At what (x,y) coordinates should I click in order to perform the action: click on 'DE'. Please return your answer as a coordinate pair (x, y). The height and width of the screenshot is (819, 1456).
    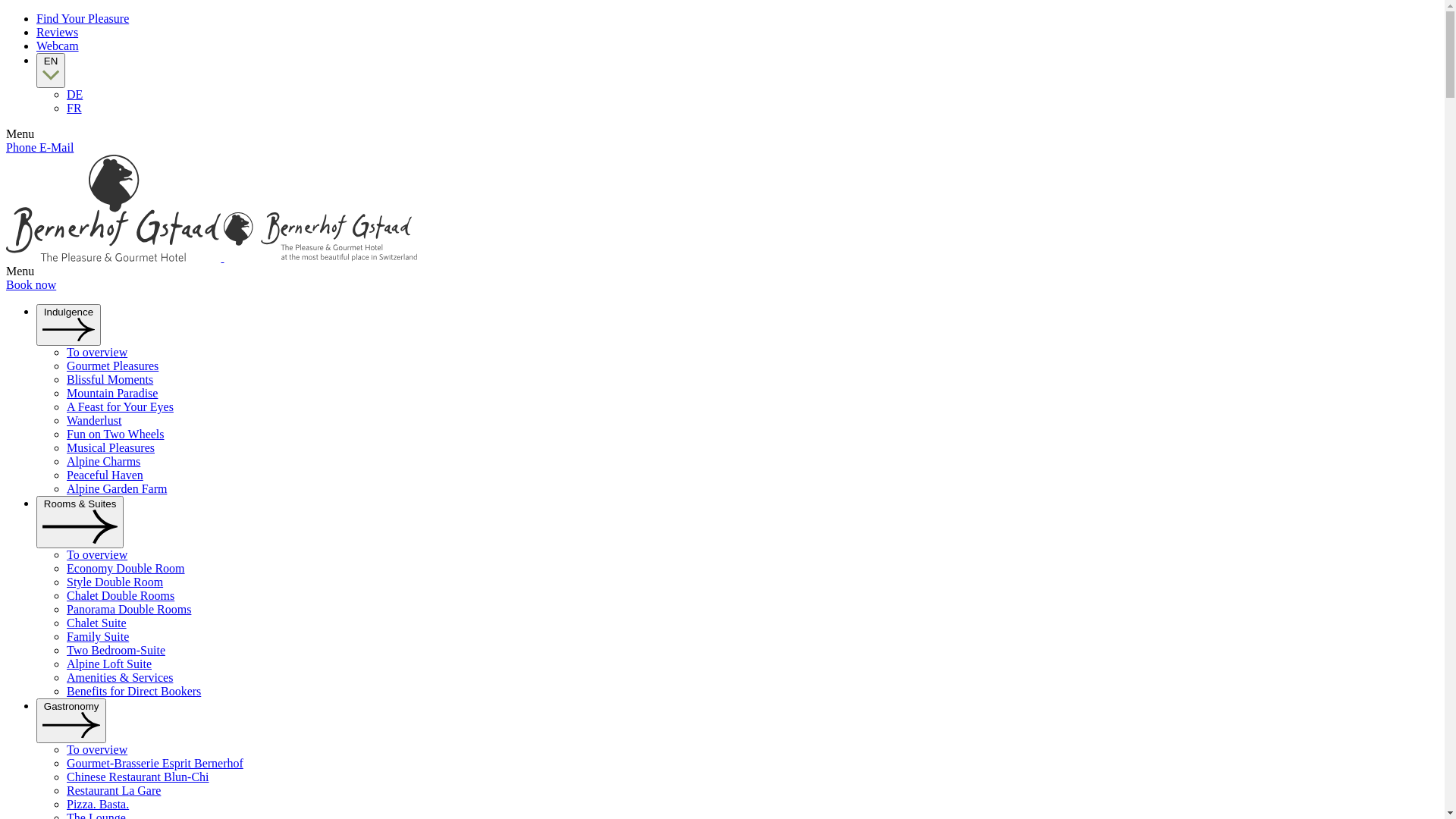
    Looking at the image, I should click on (65, 94).